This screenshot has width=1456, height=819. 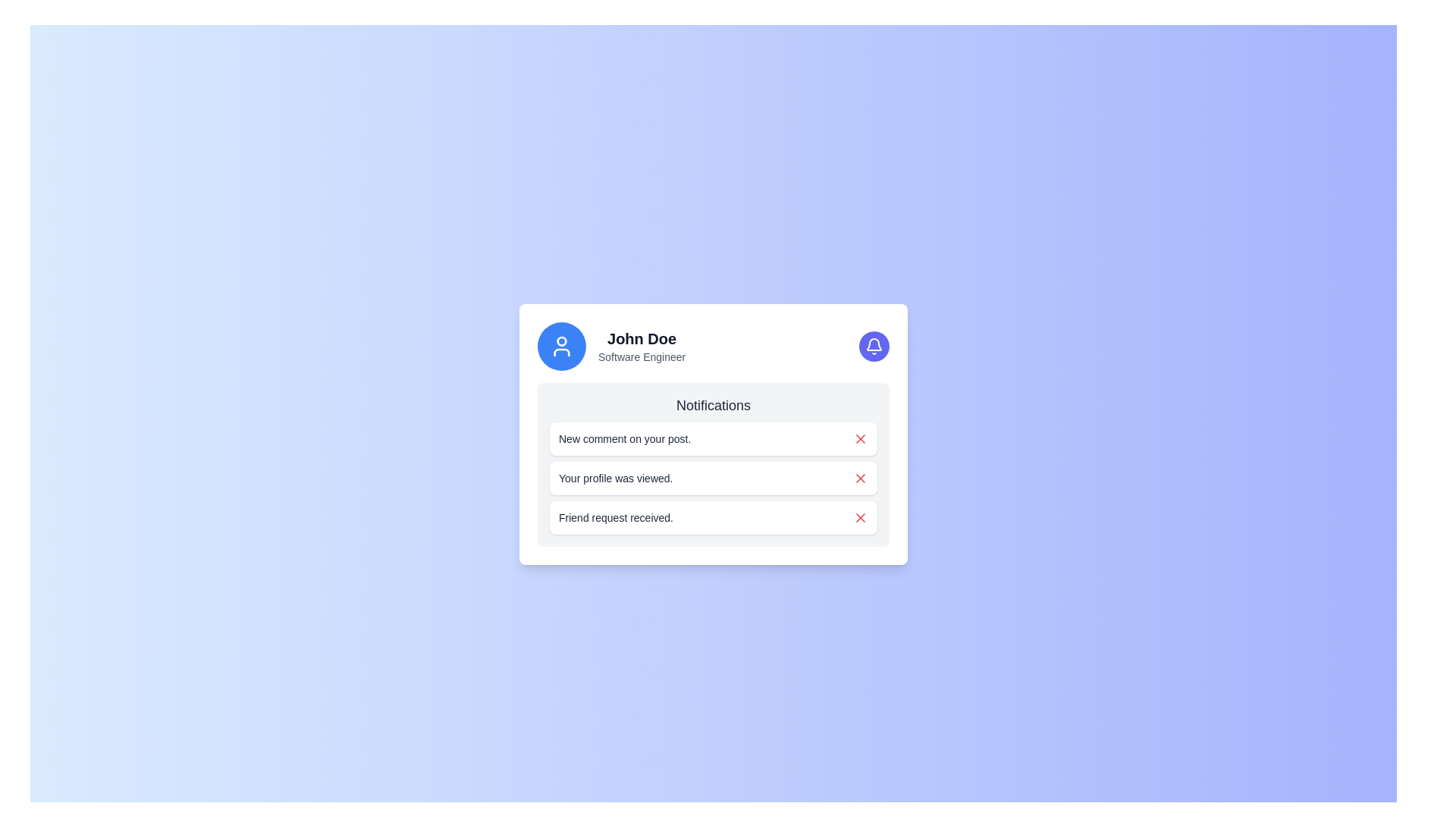 What do you see at coordinates (860, 438) in the screenshot?
I see `the red 'X' icon/button that highlights when hovered, located at the far right of the notification item with text 'New comment on your post.'` at bounding box center [860, 438].